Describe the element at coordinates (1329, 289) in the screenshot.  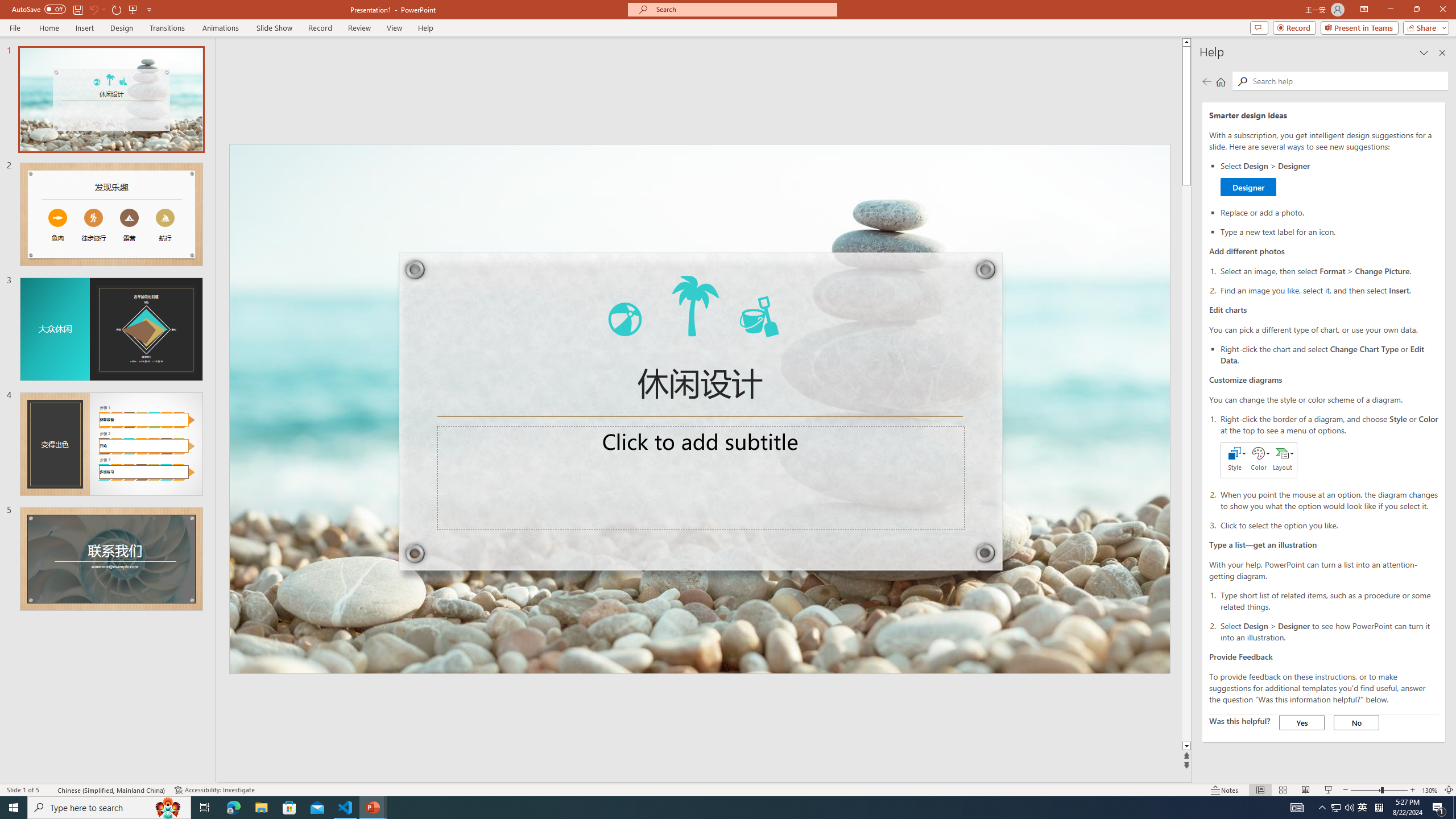
I see `'Find an image you like, select it, and then select Insert.'` at that location.